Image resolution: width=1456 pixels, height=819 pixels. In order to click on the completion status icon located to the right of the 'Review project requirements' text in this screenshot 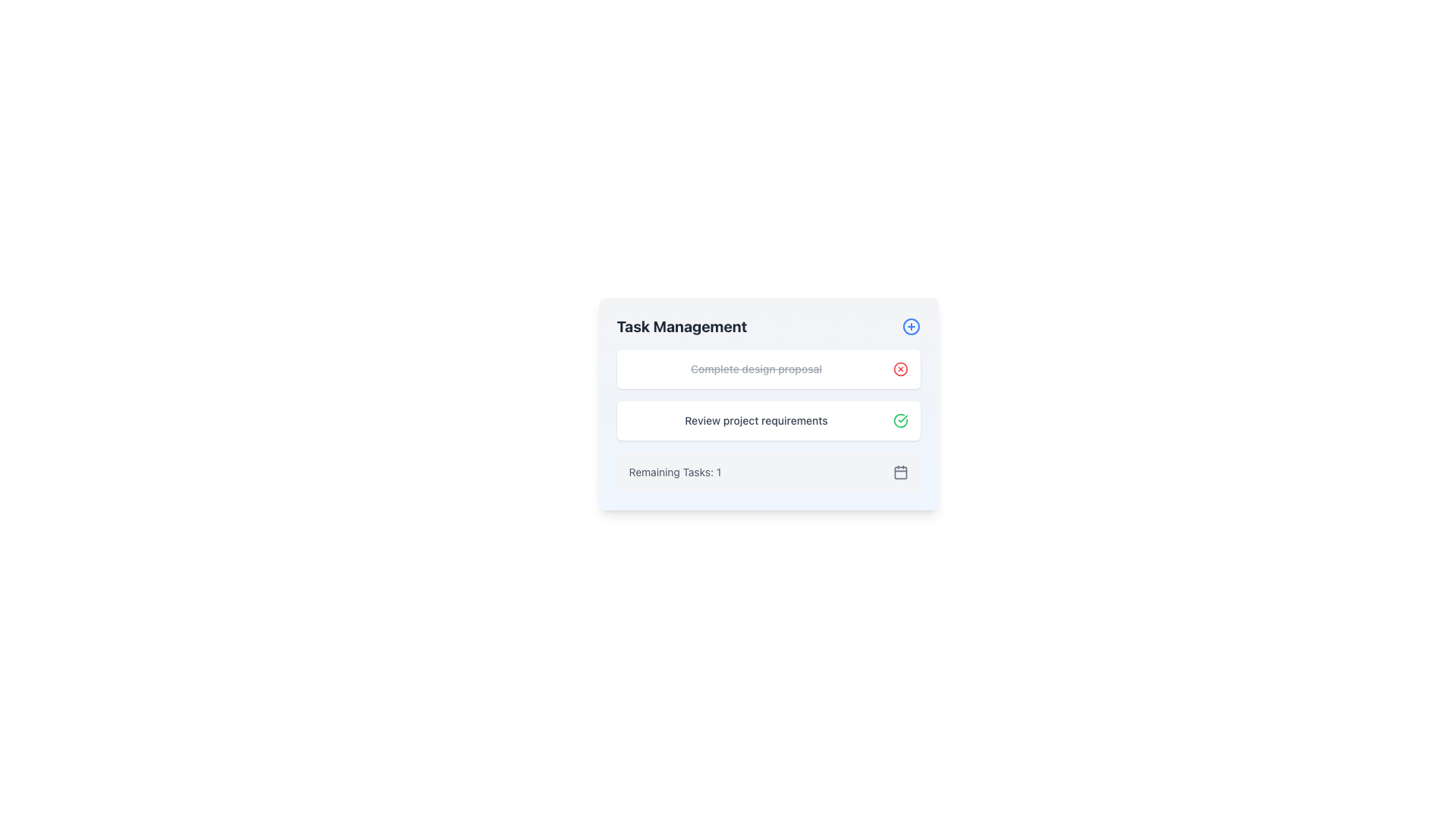, I will do `click(900, 421)`.